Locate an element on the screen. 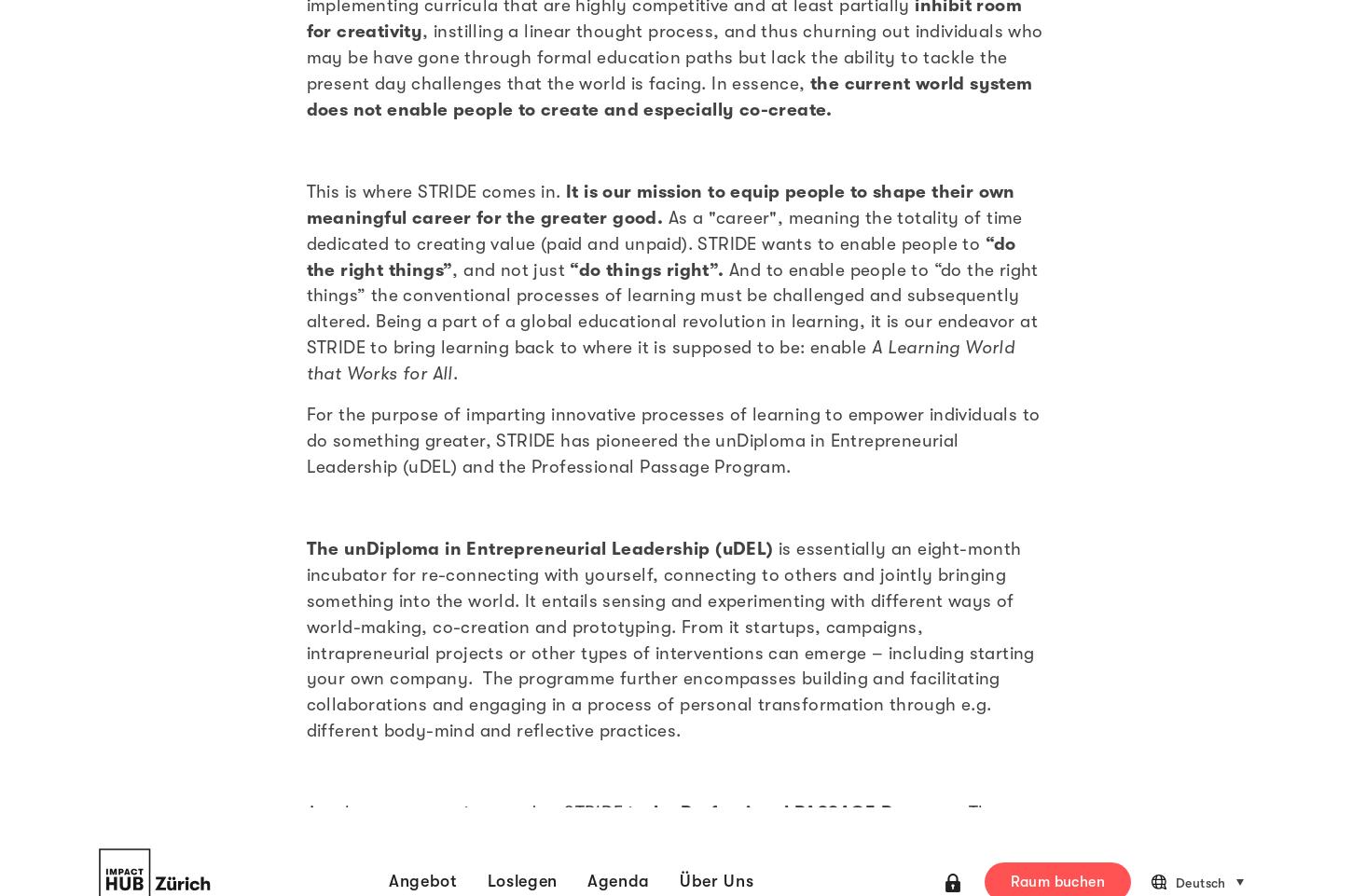  '... und lass dich vom Impact Hub Vibe inspirieren!' is located at coordinates (304, 565).